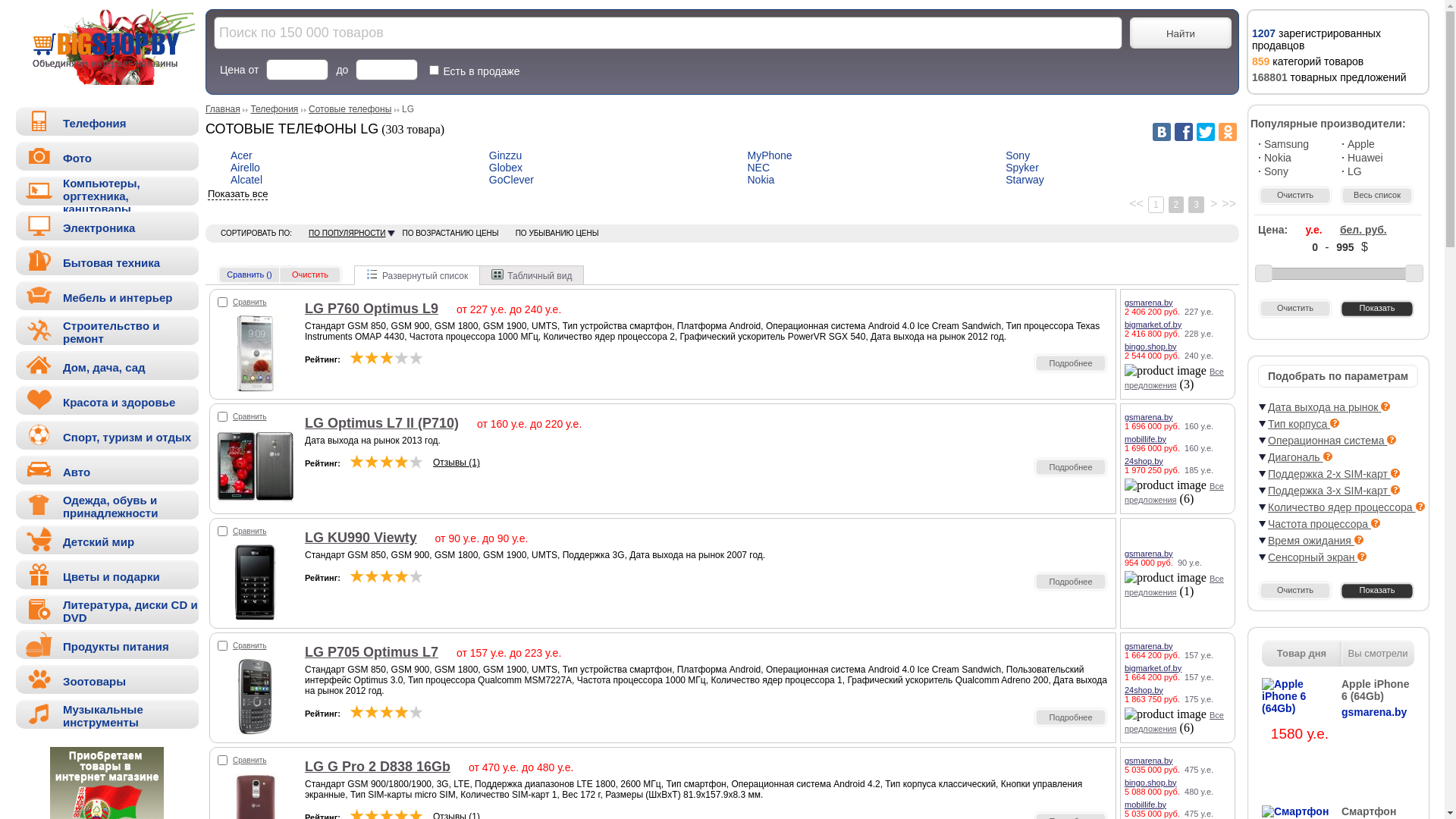 The image size is (1456, 819). What do you see at coordinates (1228, 202) in the screenshot?
I see `'>>'` at bounding box center [1228, 202].